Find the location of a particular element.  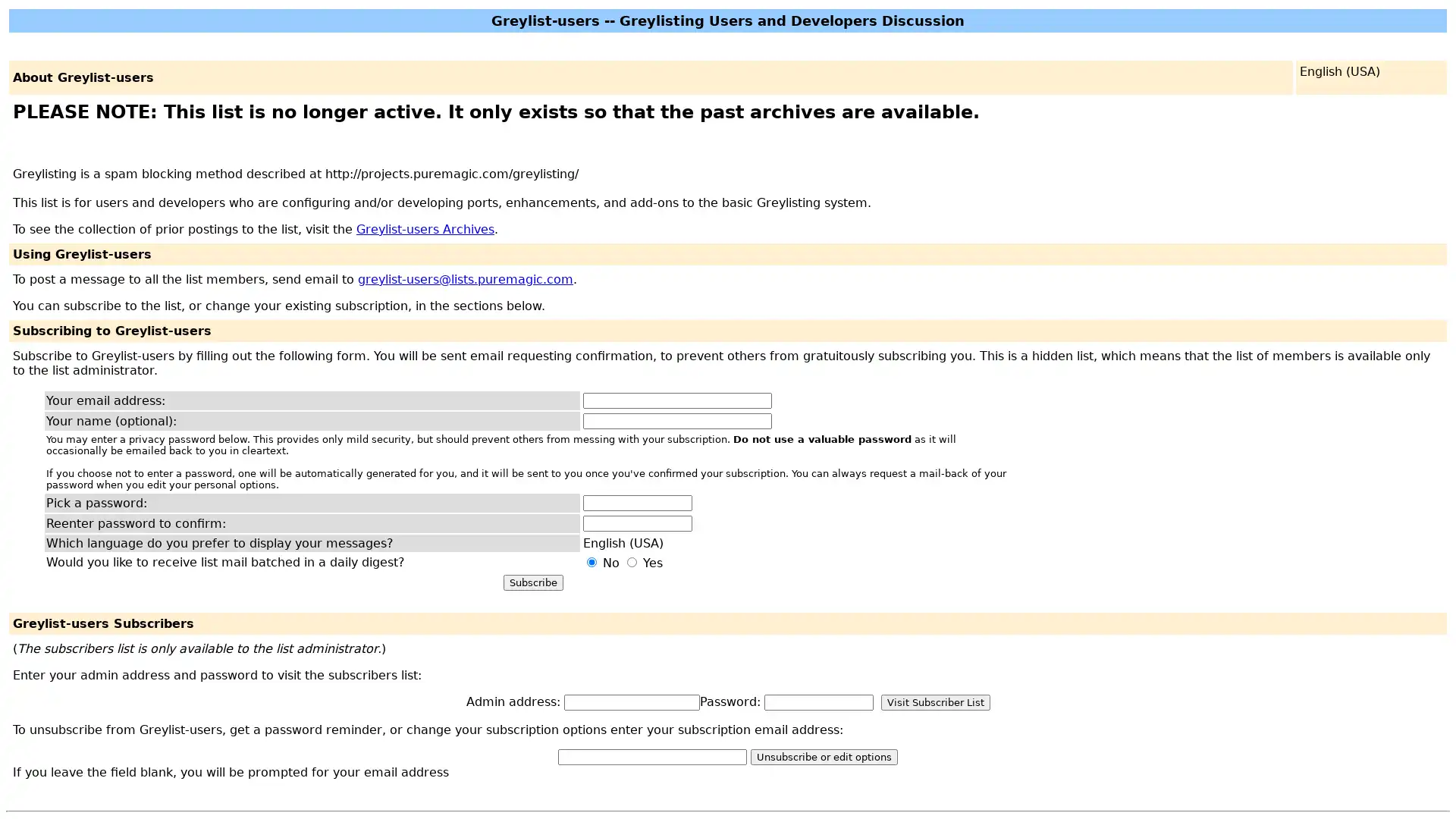

Subscribe is located at coordinates (532, 581).